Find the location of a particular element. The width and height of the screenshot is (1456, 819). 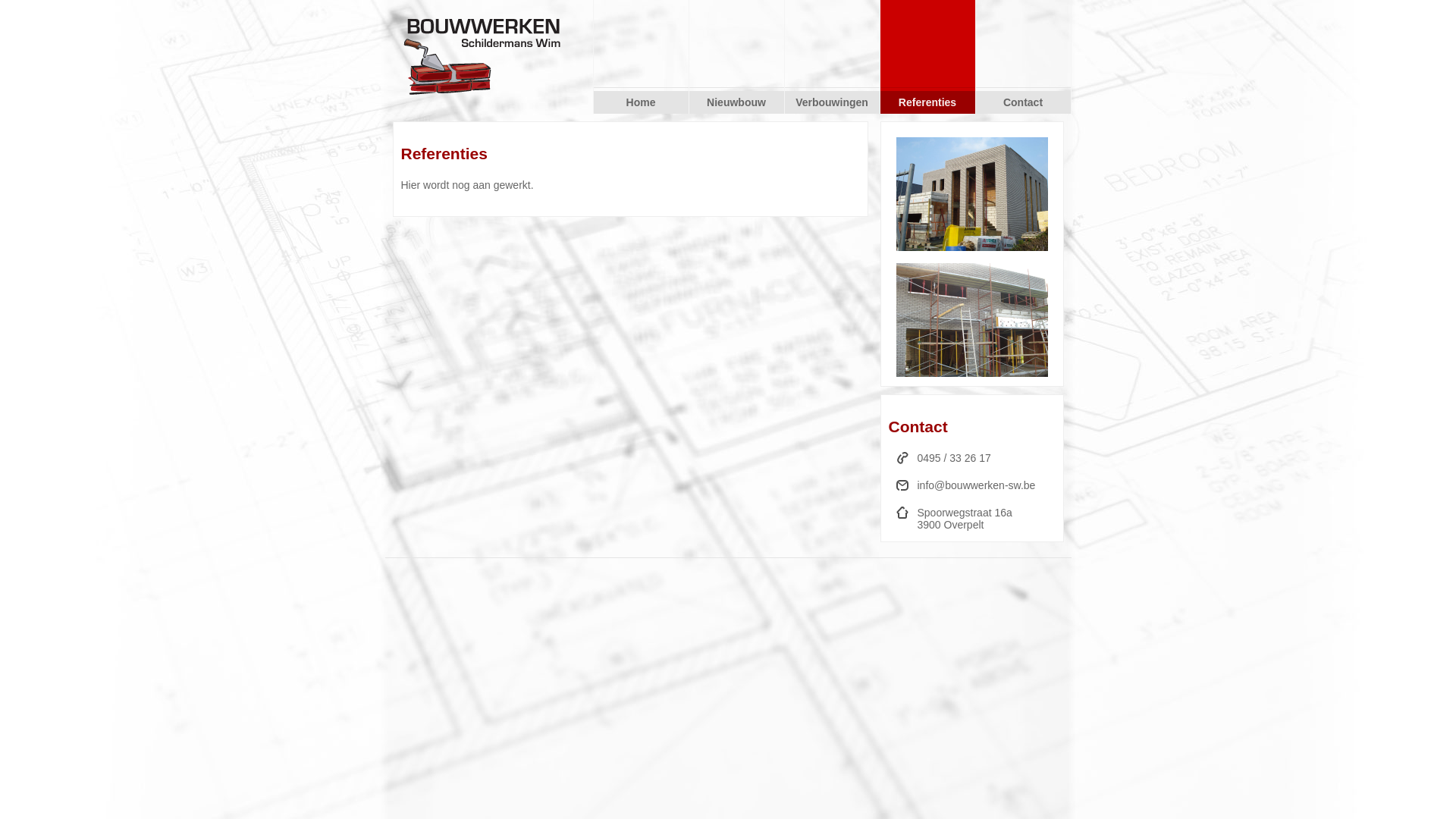

'Verbouwingen' is located at coordinates (830, 102).